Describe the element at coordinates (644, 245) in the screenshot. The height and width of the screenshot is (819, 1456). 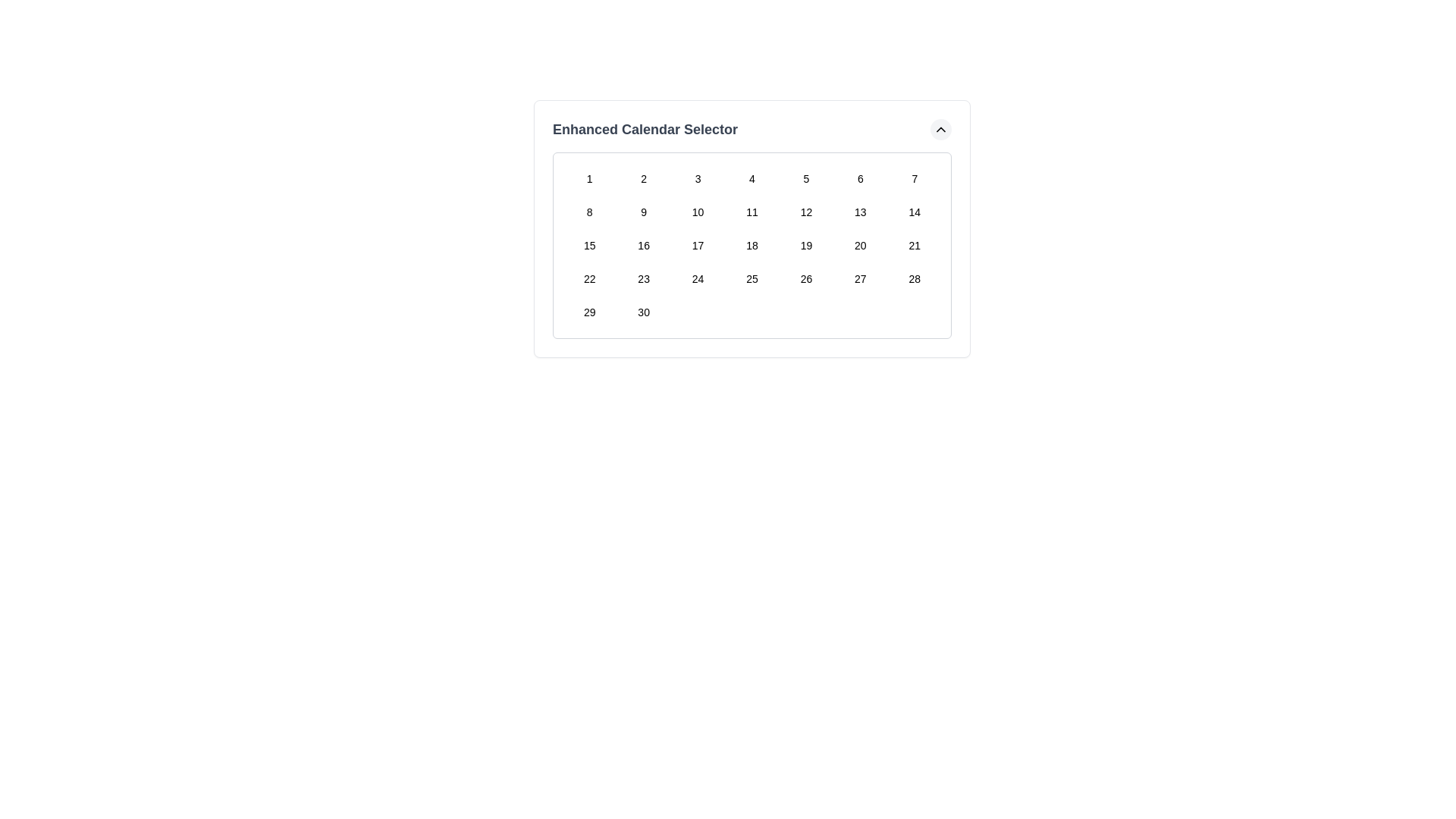
I see `the button representing the day '16' in the calendar, located in the fourth row, second cell from the left, to trigger hover effects` at that location.